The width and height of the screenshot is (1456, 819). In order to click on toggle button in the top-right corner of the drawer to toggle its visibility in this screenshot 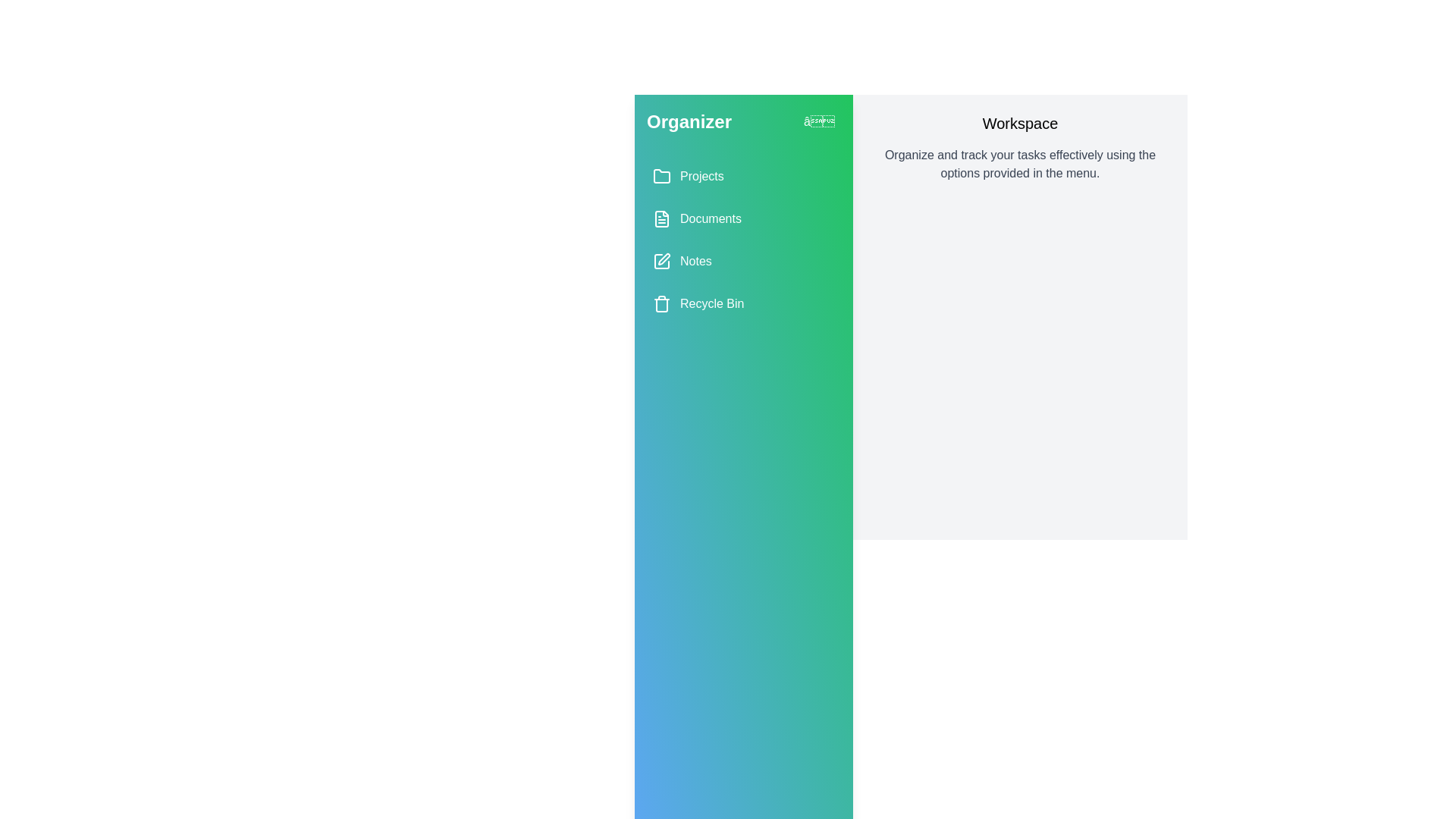, I will do `click(818, 121)`.